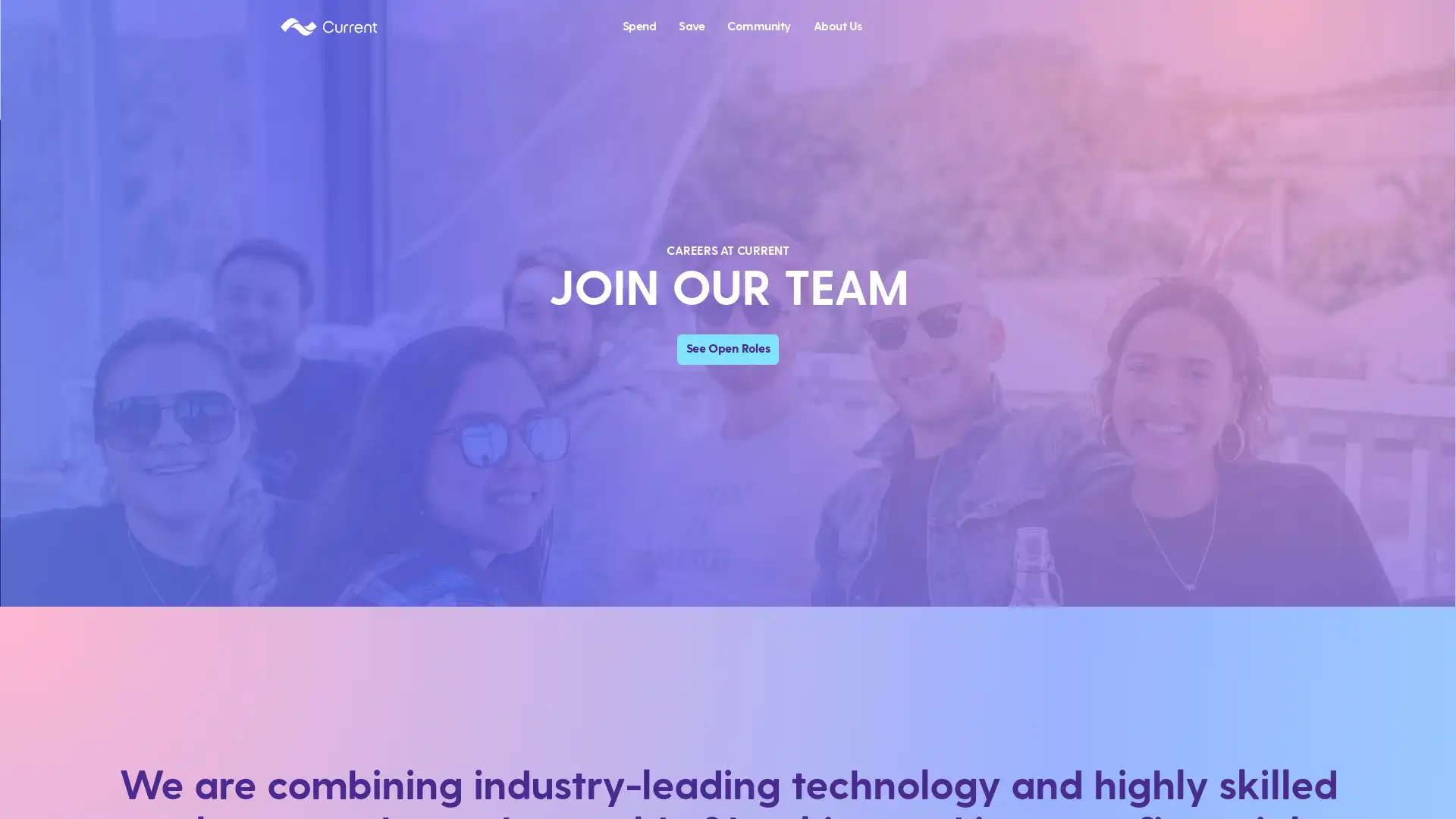  What do you see at coordinates (726, 348) in the screenshot?
I see `See Open Roles` at bounding box center [726, 348].